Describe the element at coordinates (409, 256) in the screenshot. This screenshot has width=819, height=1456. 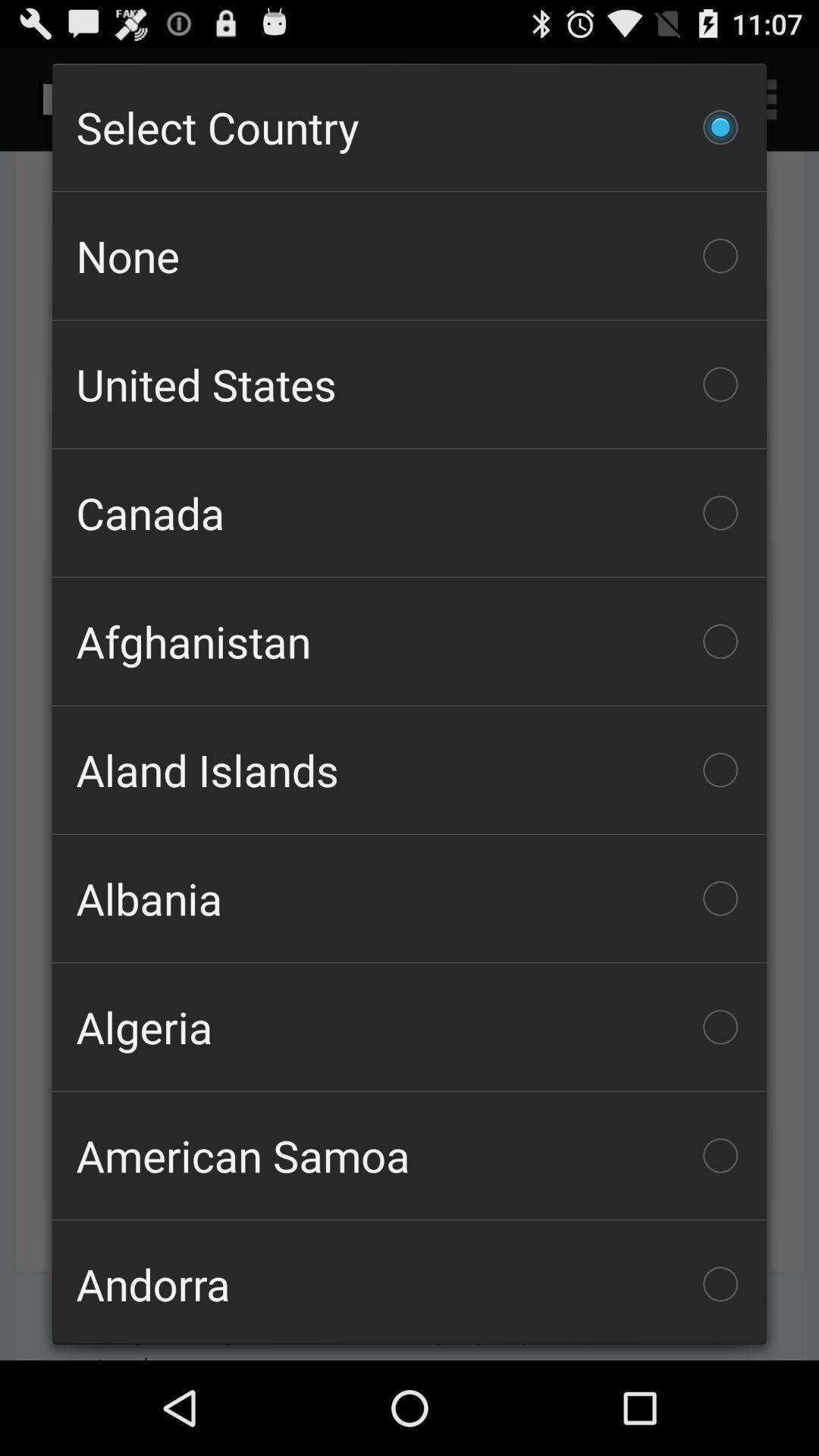
I see `item above united states checkbox` at that location.